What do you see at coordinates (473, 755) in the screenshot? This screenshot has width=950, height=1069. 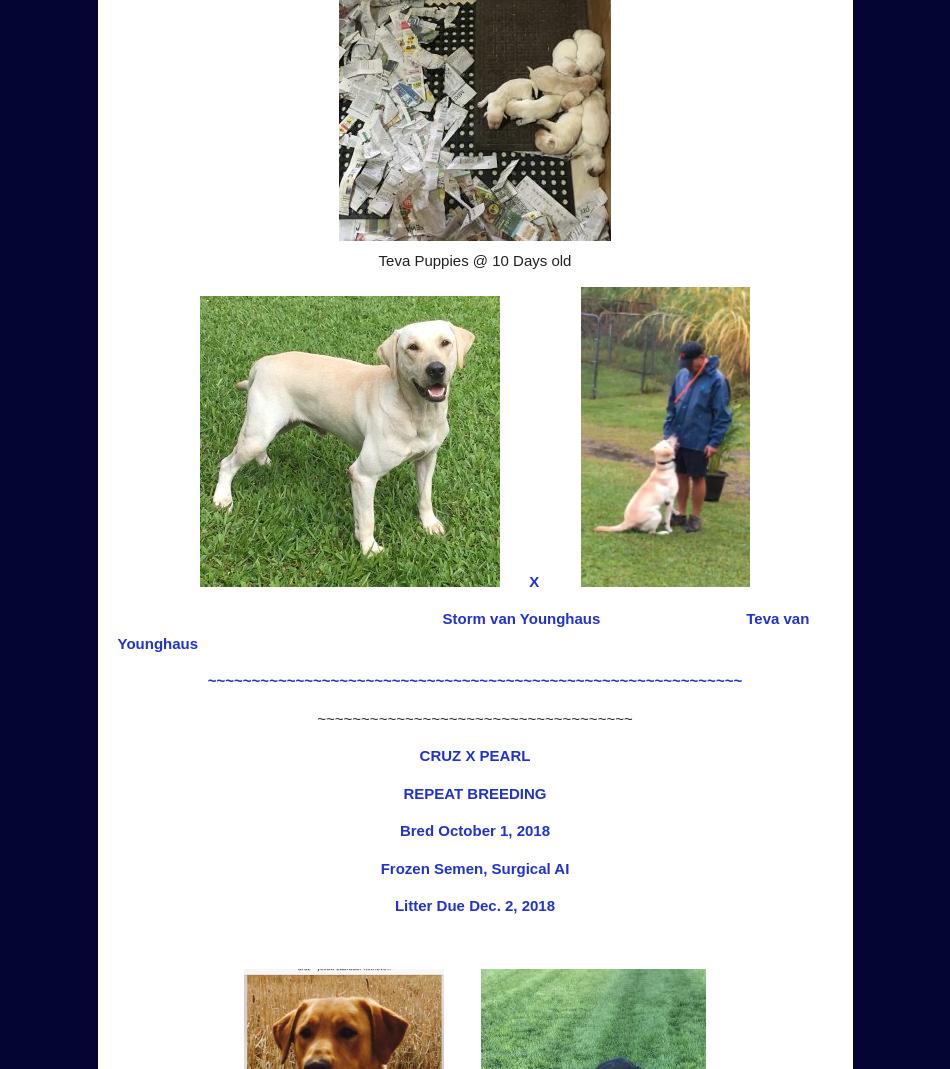 I see `'CRUZ X PEARL'` at bounding box center [473, 755].